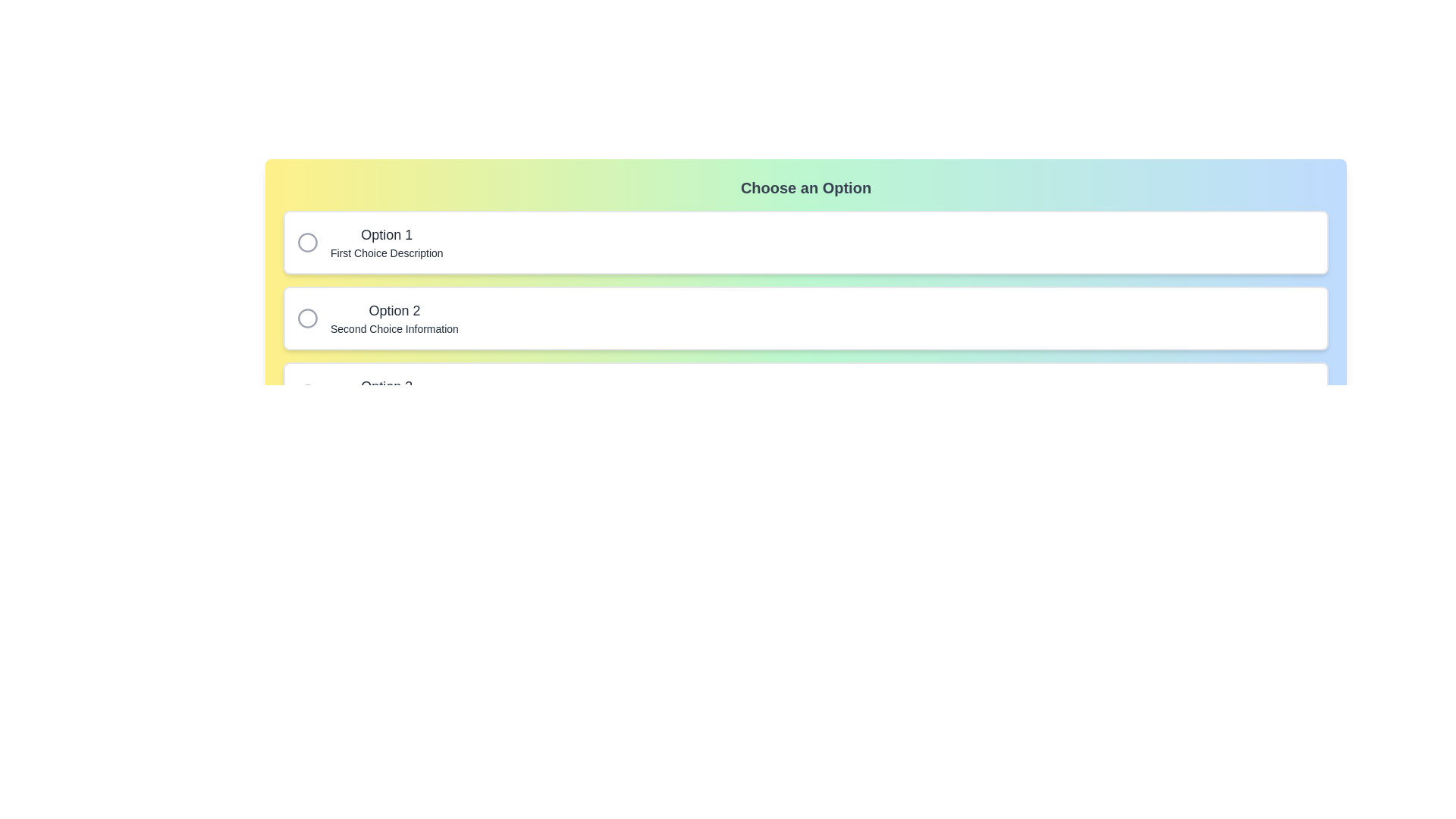 This screenshot has width=1456, height=819. What do you see at coordinates (307, 318) in the screenshot?
I see `the second circular marker in the vertical list of options, which serves as a checkbox for 'Option 2' and 'Second Choice Information'` at bounding box center [307, 318].